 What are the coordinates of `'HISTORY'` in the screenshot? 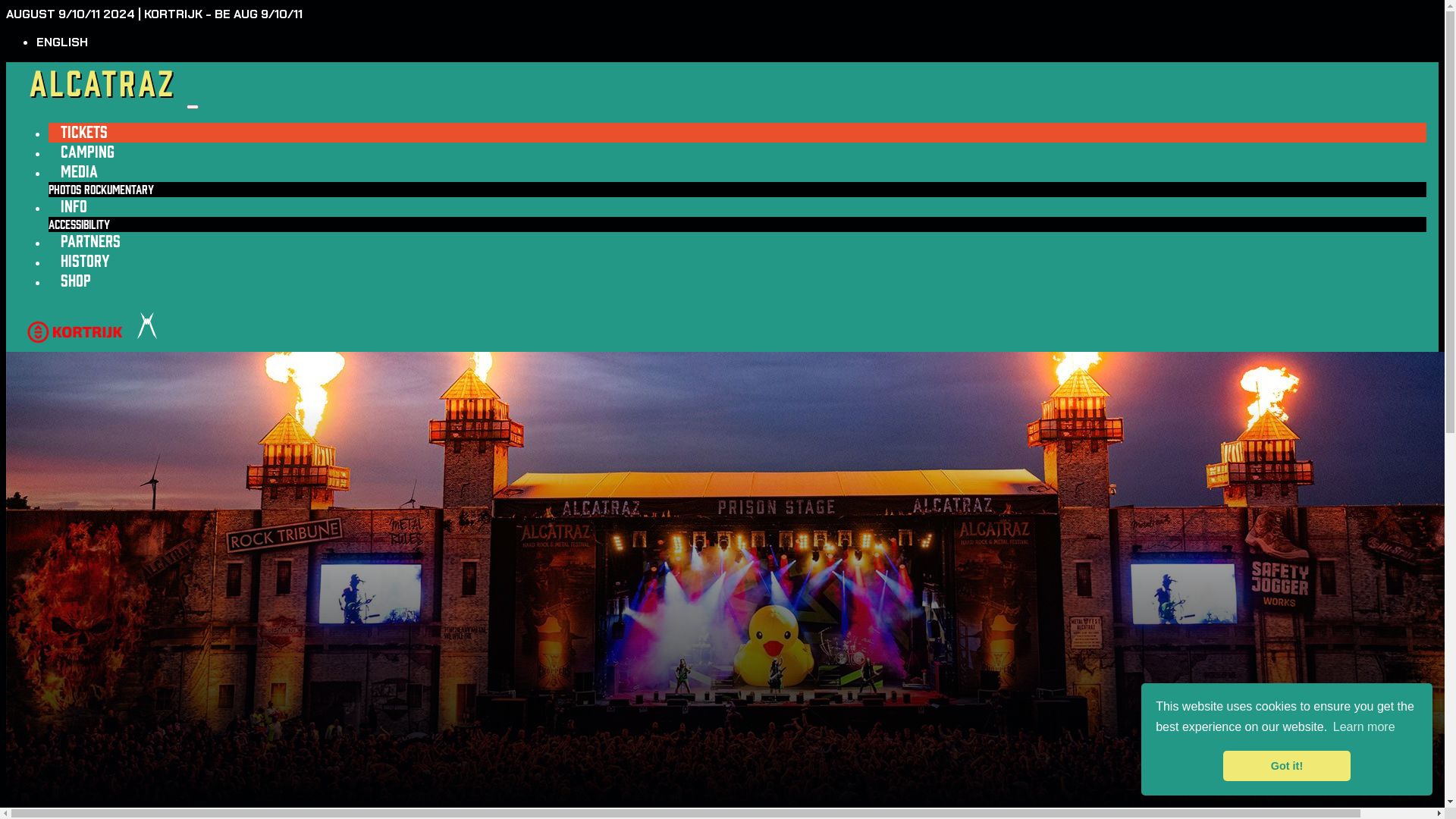 It's located at (48, 260).